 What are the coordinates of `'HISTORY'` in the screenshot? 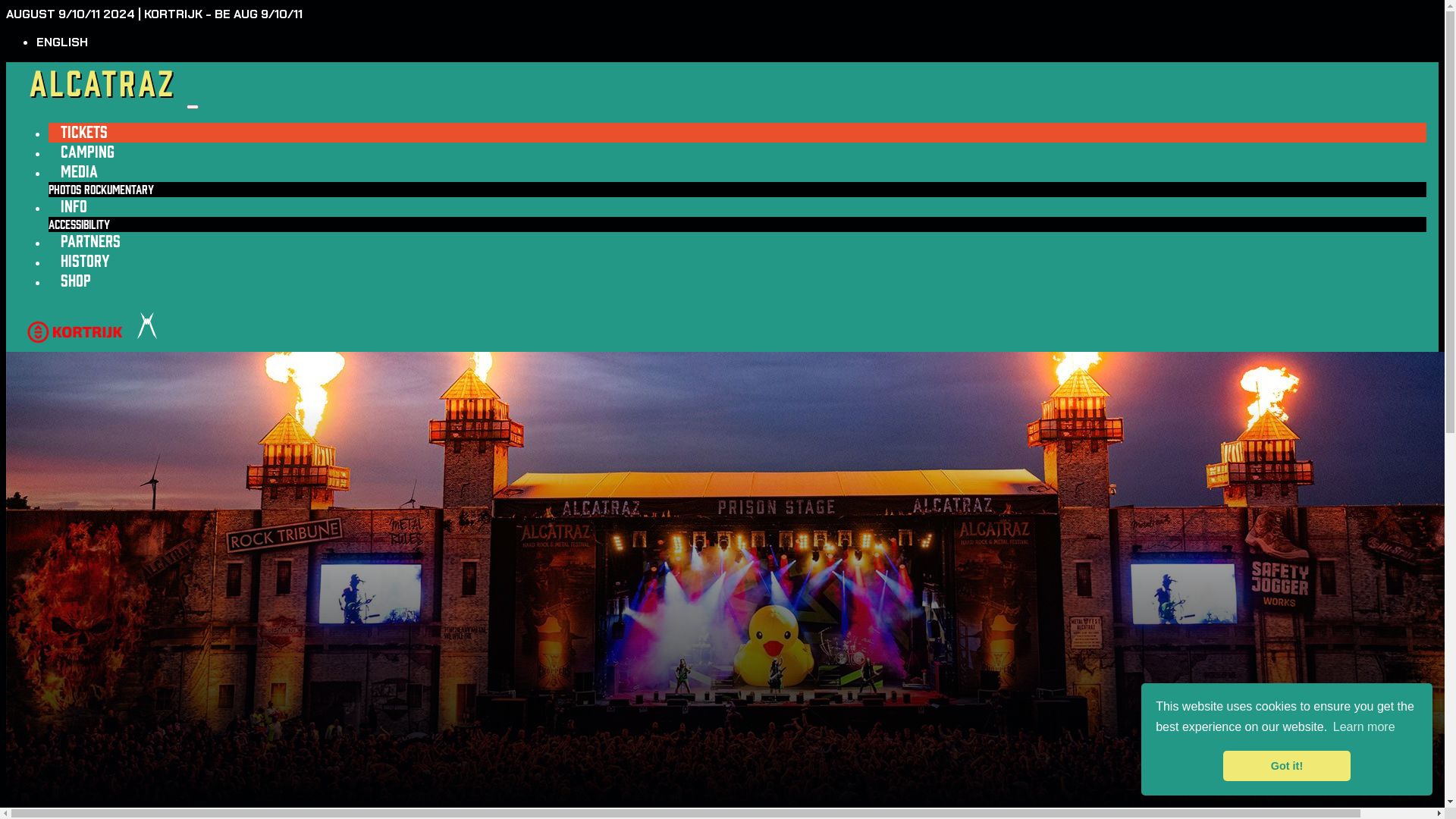 It's located at (48, 260).